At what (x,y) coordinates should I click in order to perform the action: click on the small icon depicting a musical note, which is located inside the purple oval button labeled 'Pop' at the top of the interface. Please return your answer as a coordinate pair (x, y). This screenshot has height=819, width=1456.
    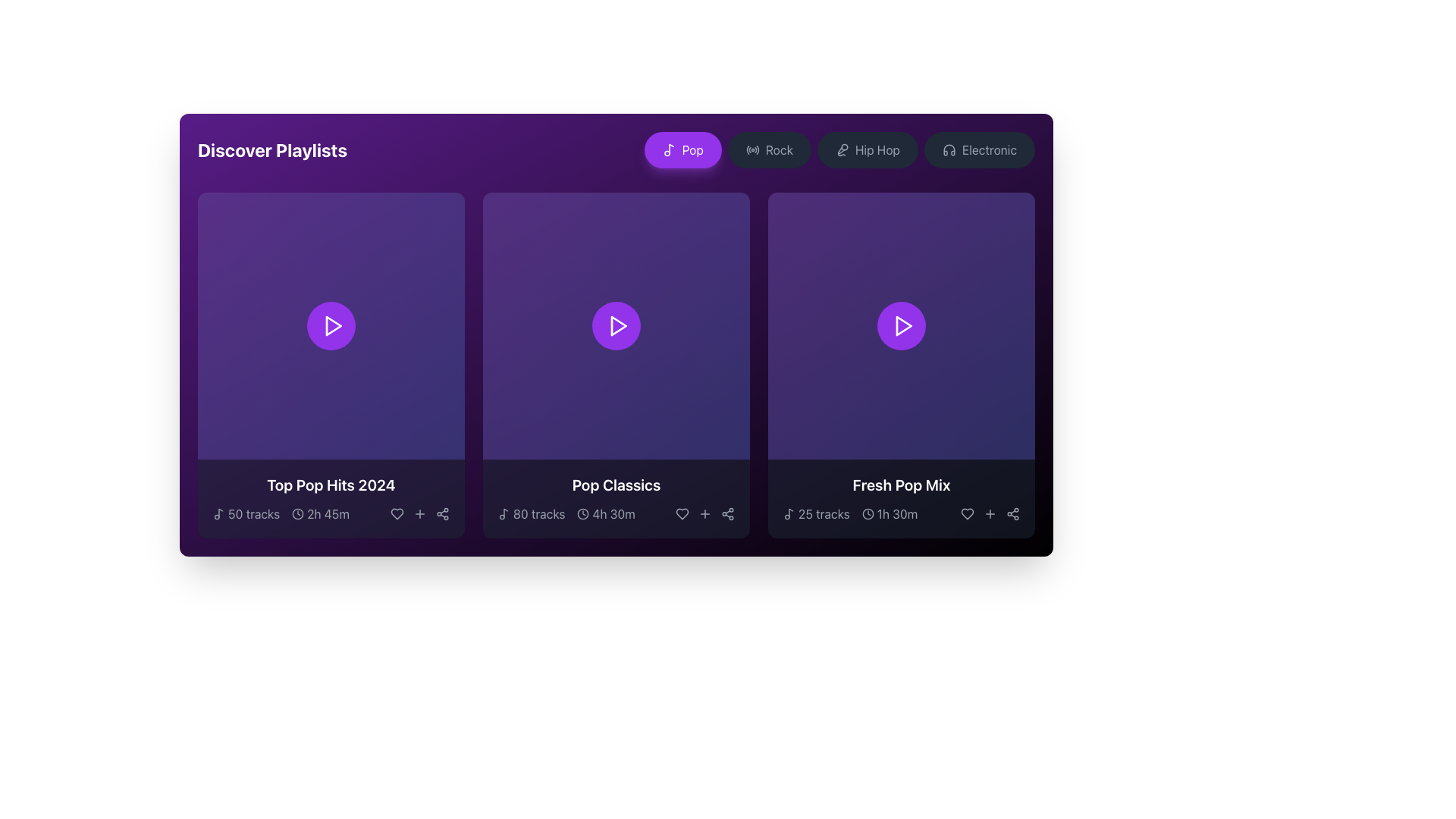
    Looking at the image, I should click on (668, 149).